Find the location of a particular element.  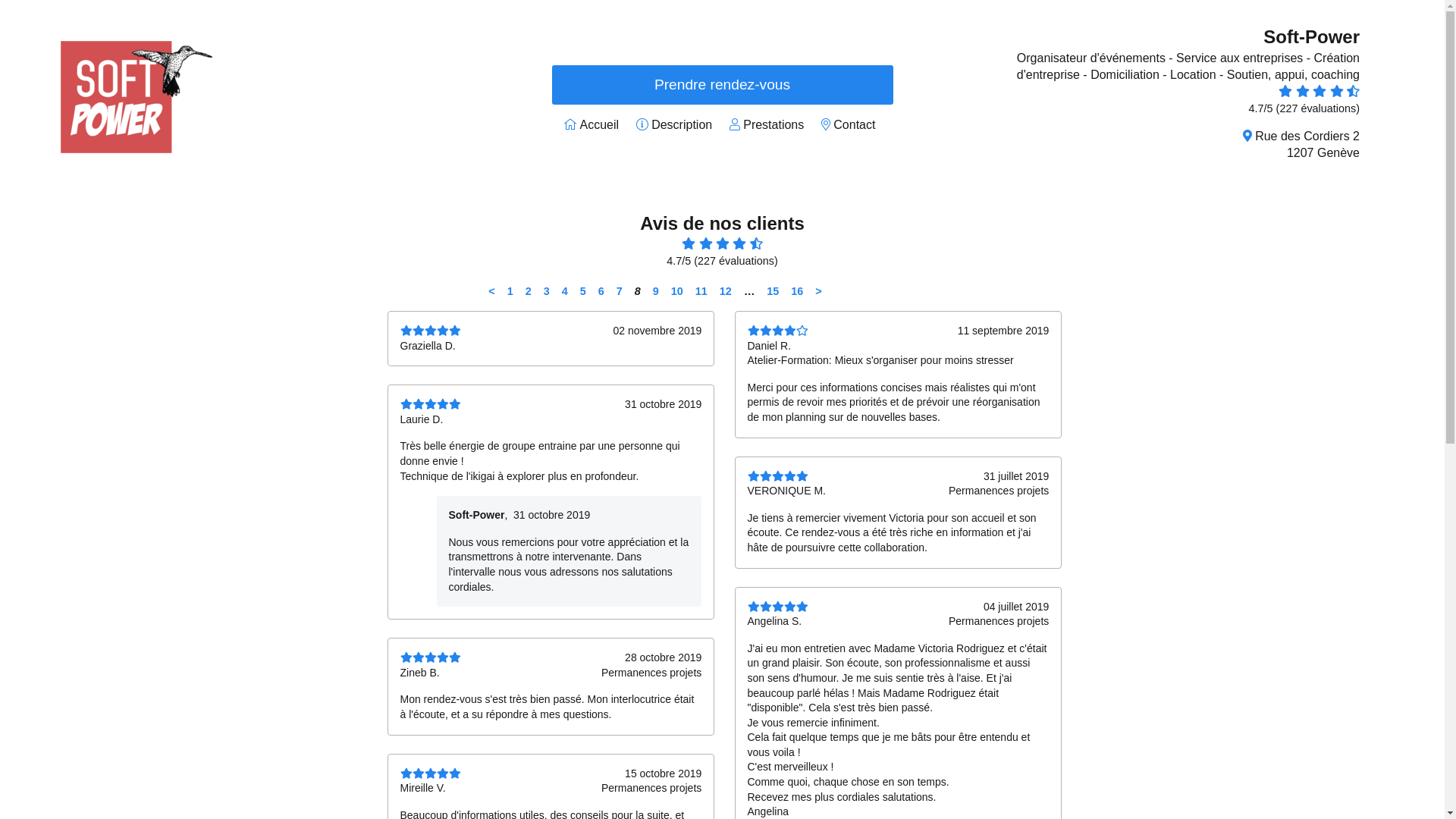

'5' is located at coordinates (582, 291).